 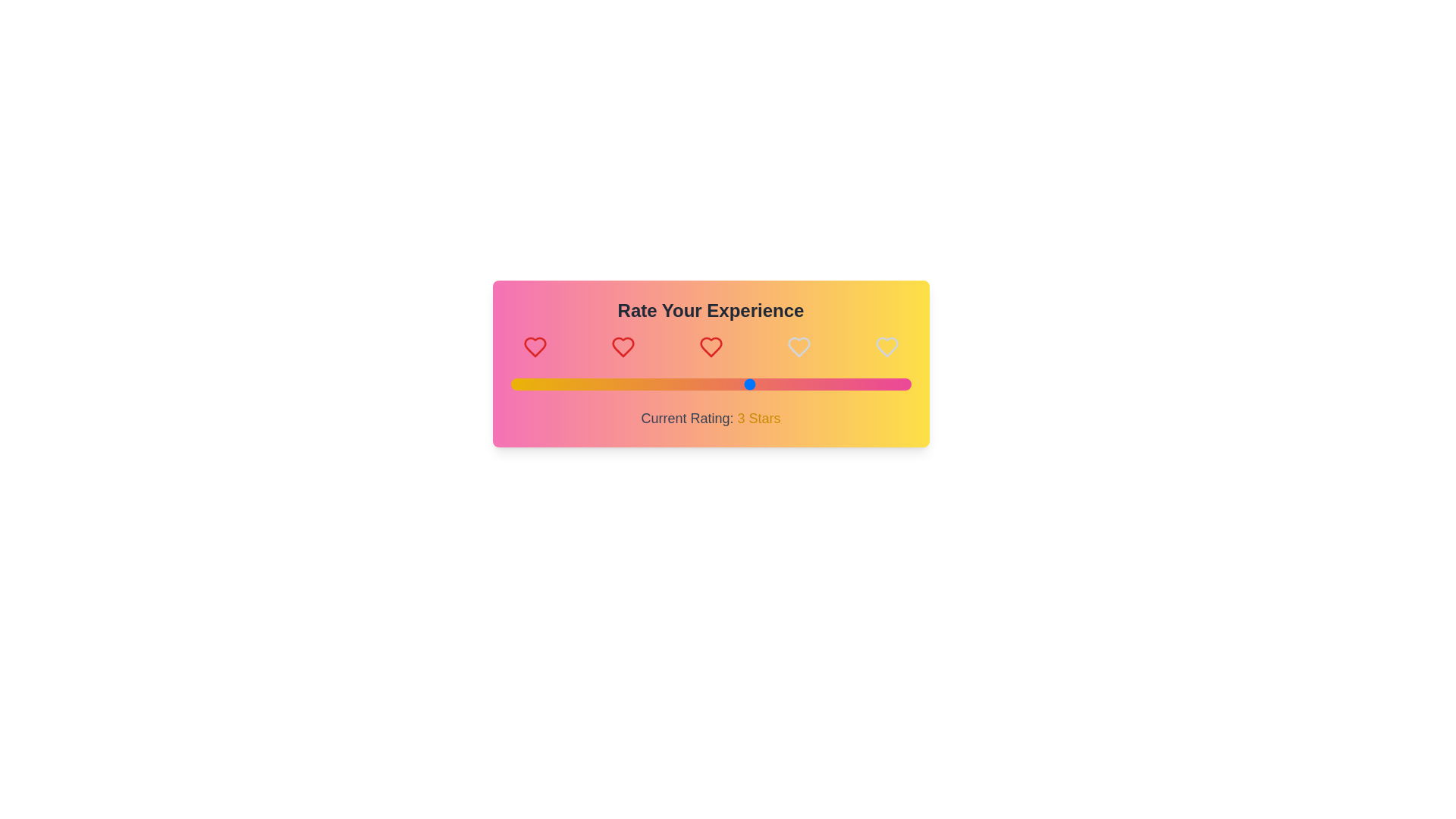 I want to click on the heart icon corresponding to the desired rating 2, so click(x=623, y=347).